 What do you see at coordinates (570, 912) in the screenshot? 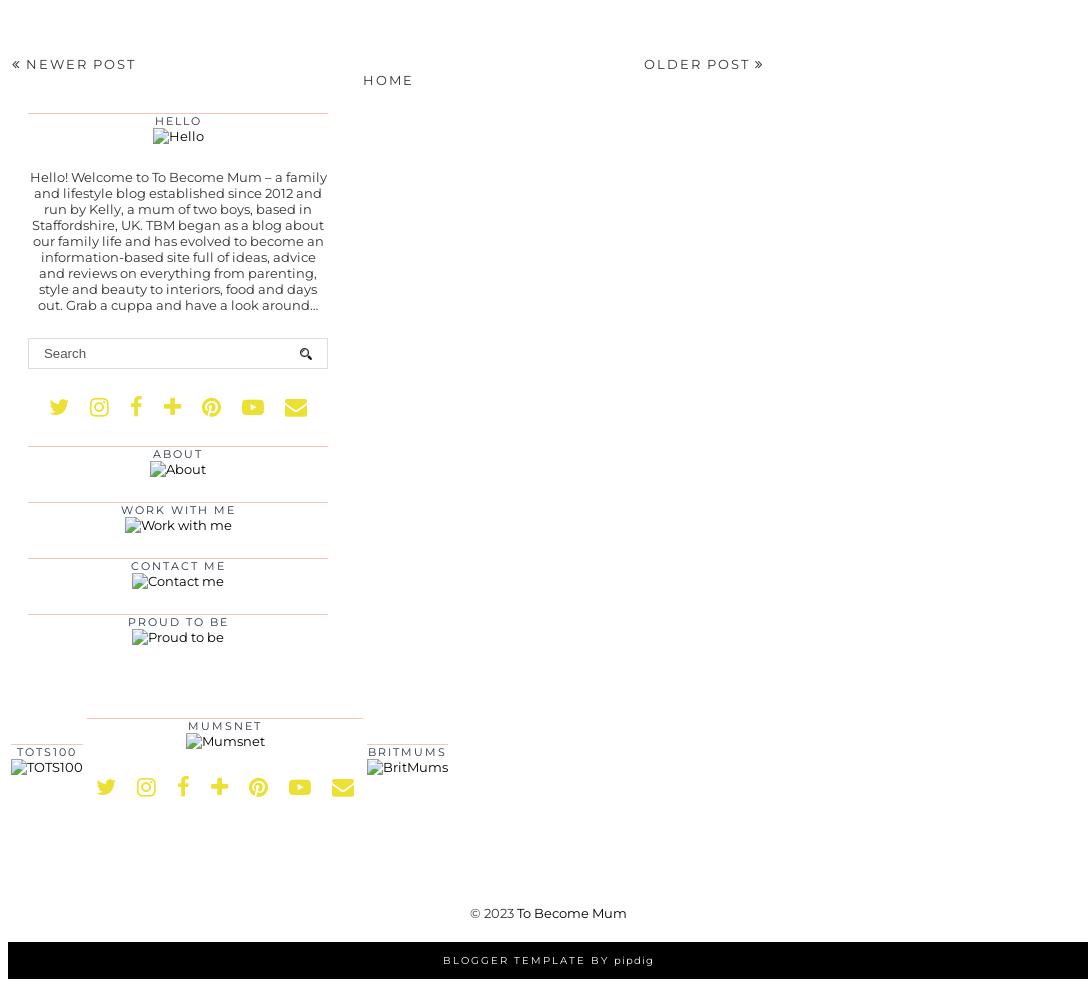
I see `'To Become Mum'` at bounding box center [570, 912].